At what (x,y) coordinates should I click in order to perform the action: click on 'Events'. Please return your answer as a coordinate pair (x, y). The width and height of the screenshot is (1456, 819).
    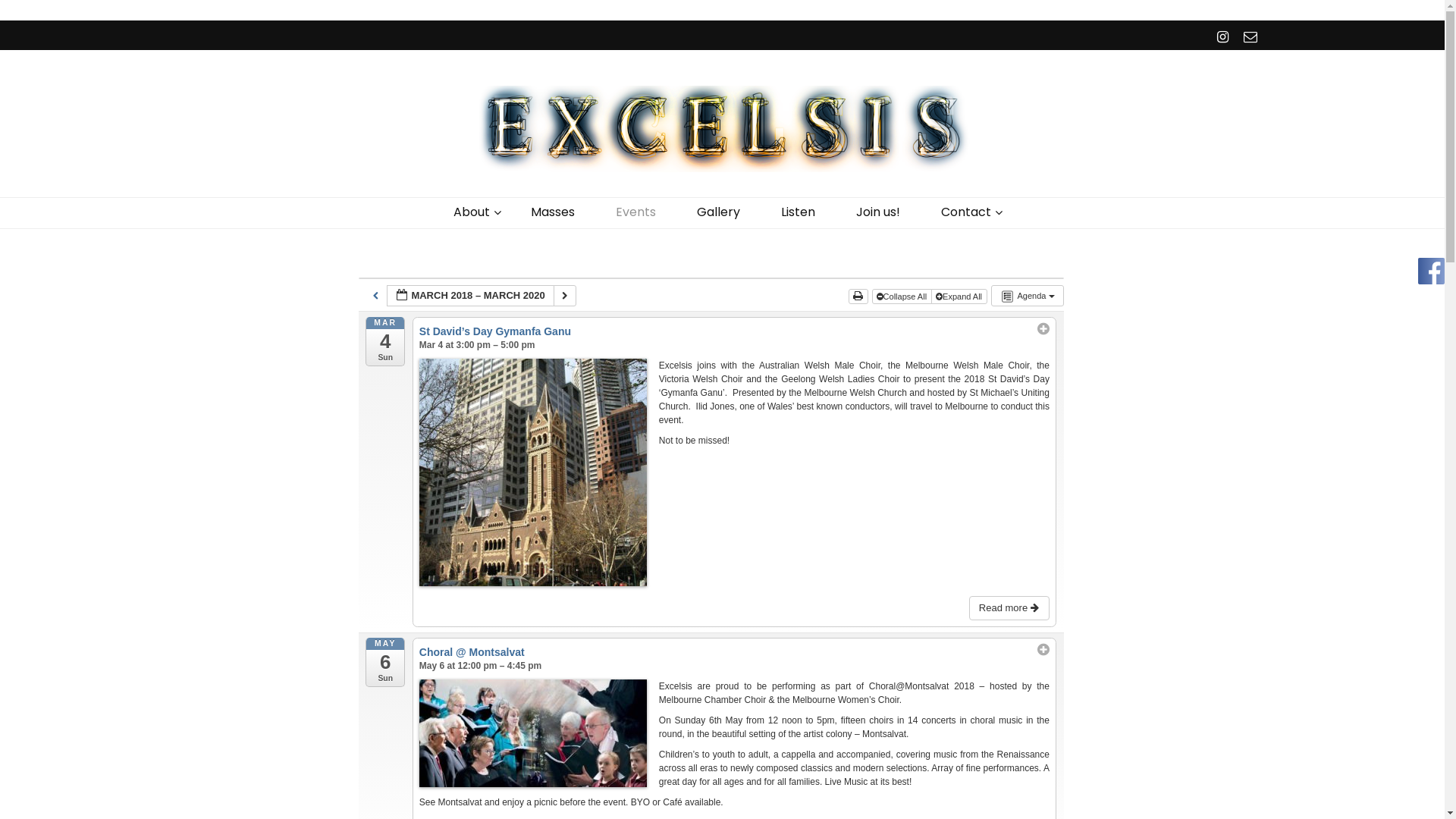
    Looking at the image, I should click on (635, 212).